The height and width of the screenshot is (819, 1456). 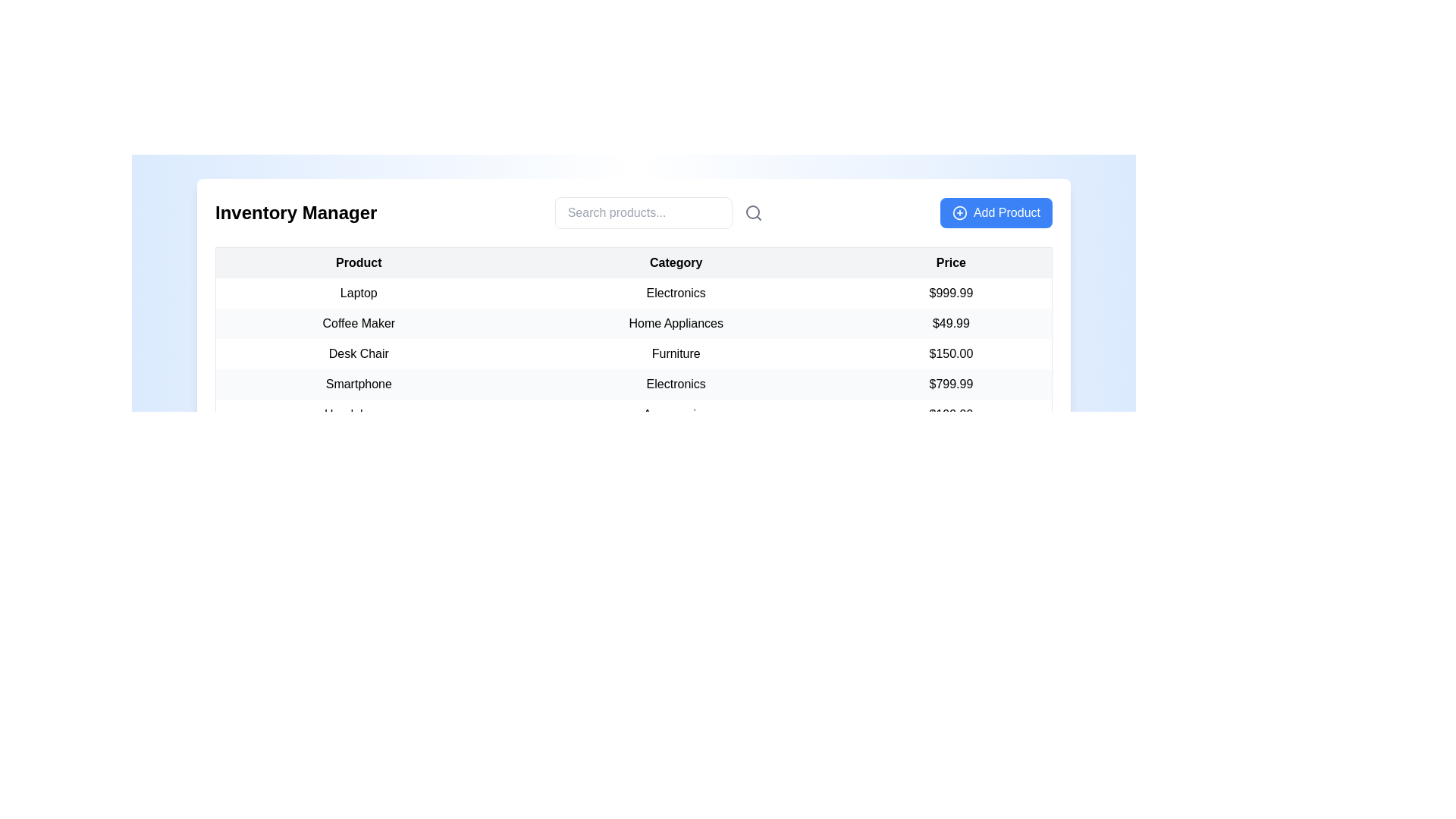 I want to click on the price label for the 'Coffee Maker' product in the table under the 'Price' column, which is non-interactive information, so click(x=950, y=323).